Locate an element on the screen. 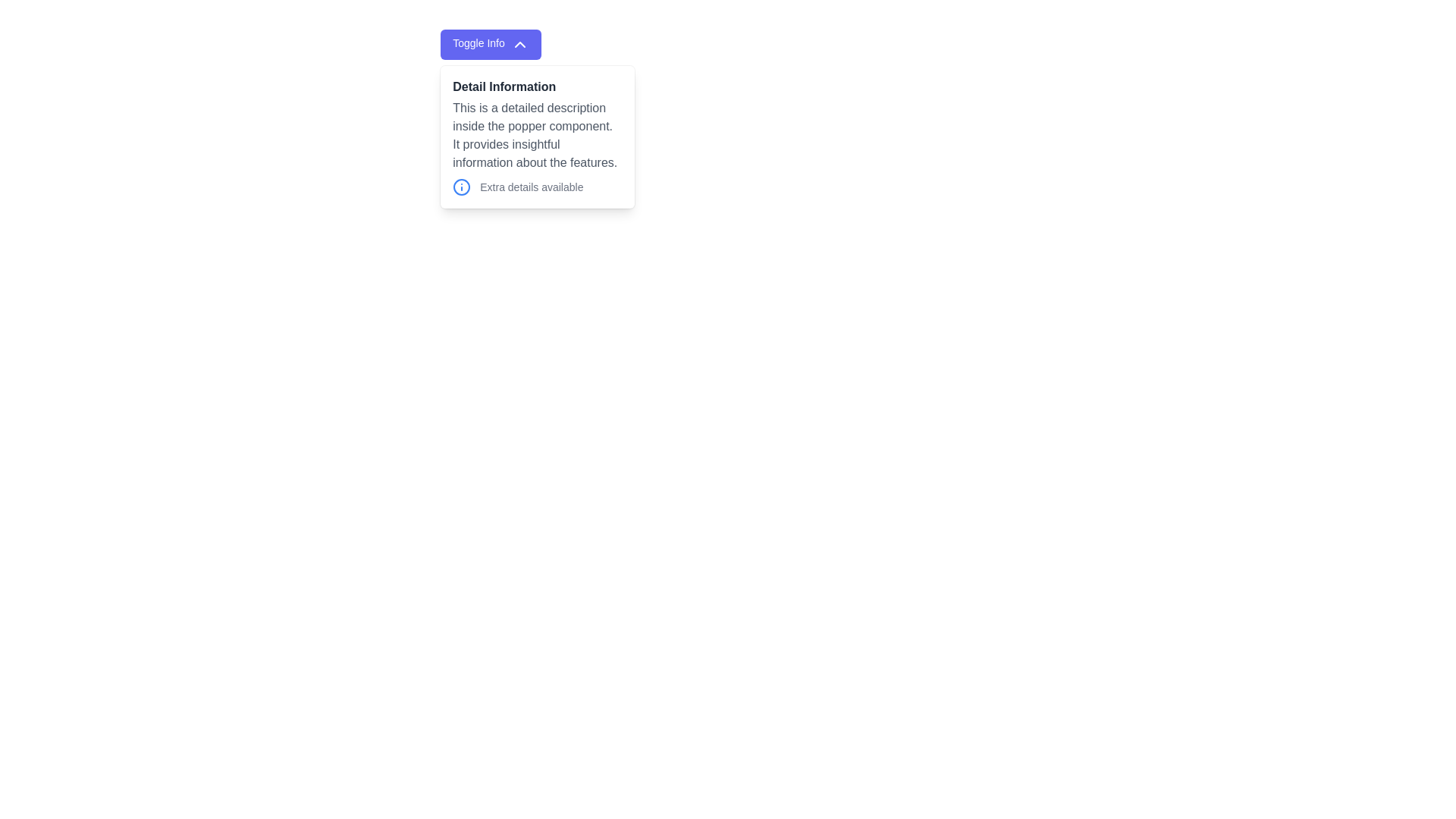 The image size is (1456, 819). the informational text element with a blue 'info' icon and gray text reading 'Extra details available' is located at coordinates (538, 186).